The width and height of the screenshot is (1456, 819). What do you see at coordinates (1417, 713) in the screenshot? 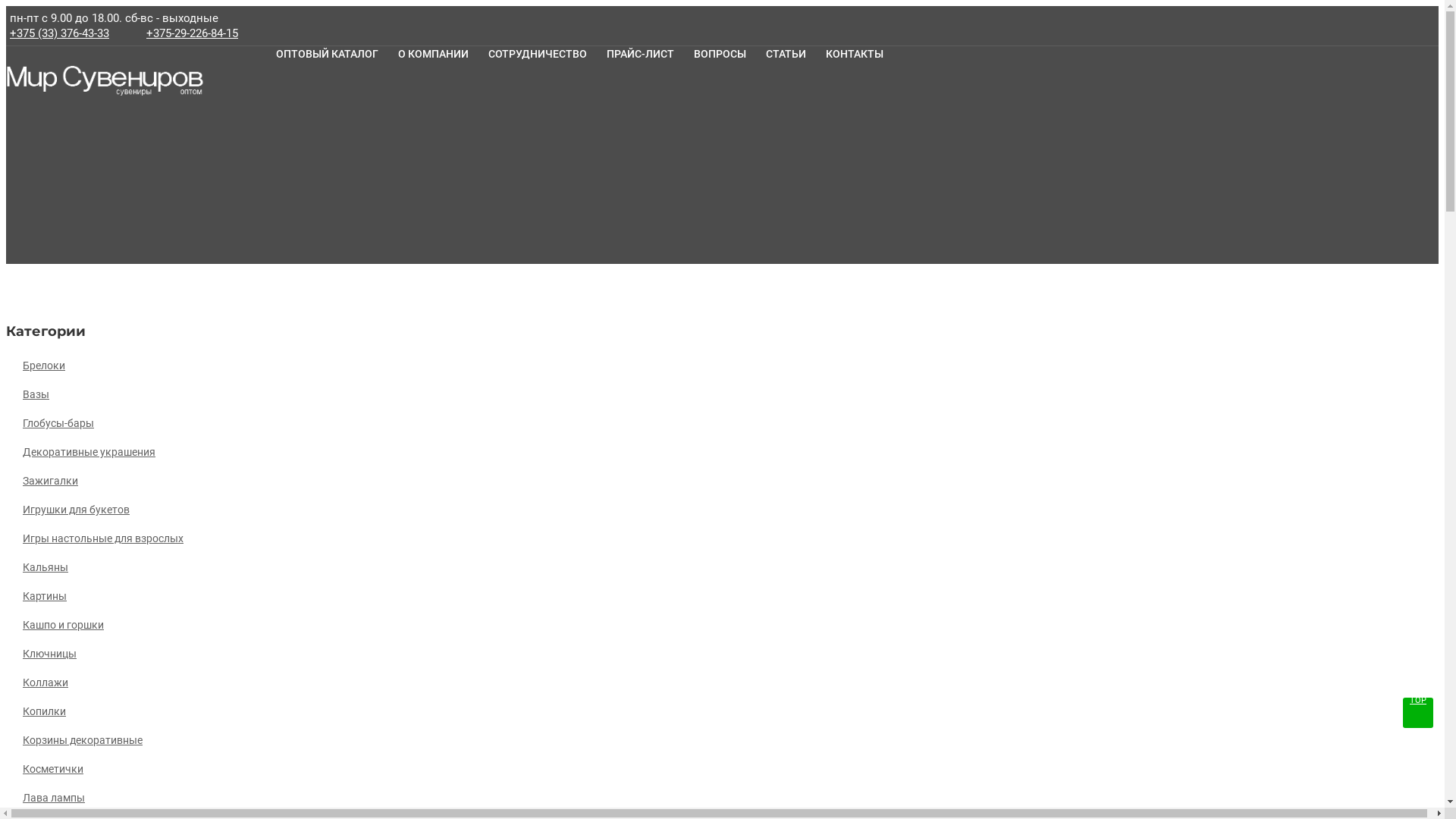
I see `'TOP'` at bounding box center [1417, 713].